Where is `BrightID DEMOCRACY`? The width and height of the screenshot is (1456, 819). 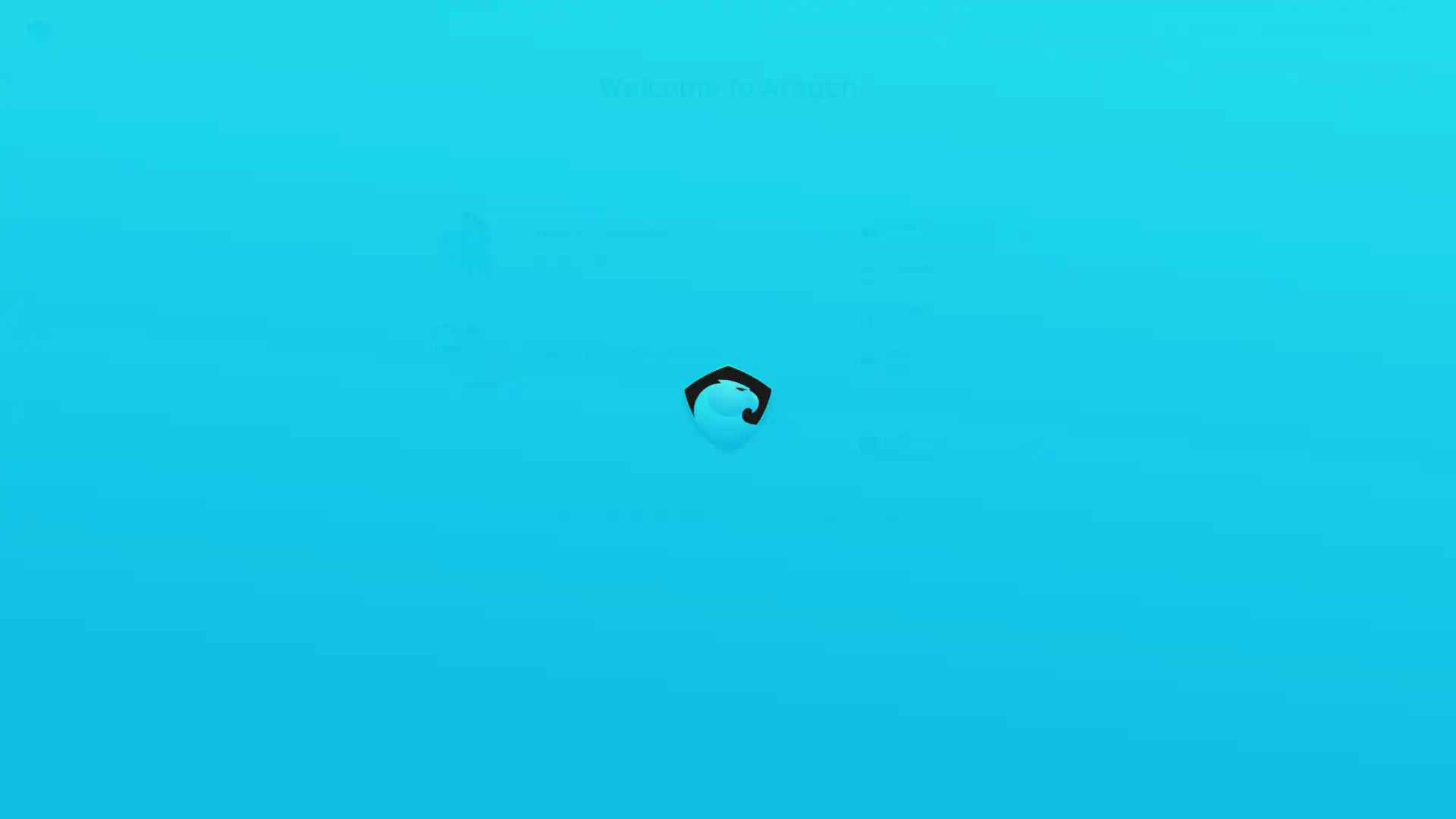 BrightID DEMOCRACY is located at coordinates (930, 402).